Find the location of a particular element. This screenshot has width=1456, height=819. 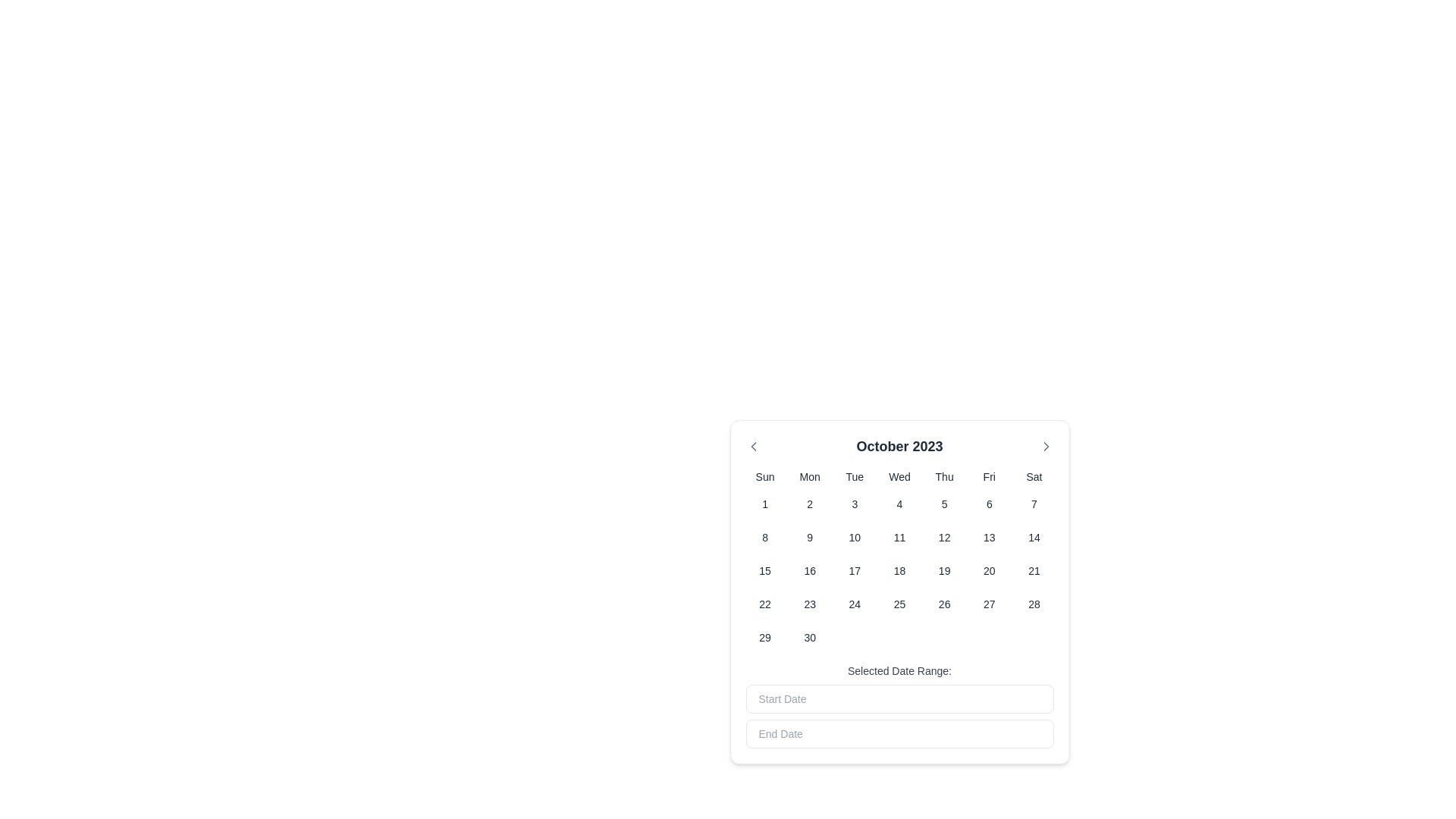

the button representing the 29th day of the calendar month is located at coordinates (765, 637).